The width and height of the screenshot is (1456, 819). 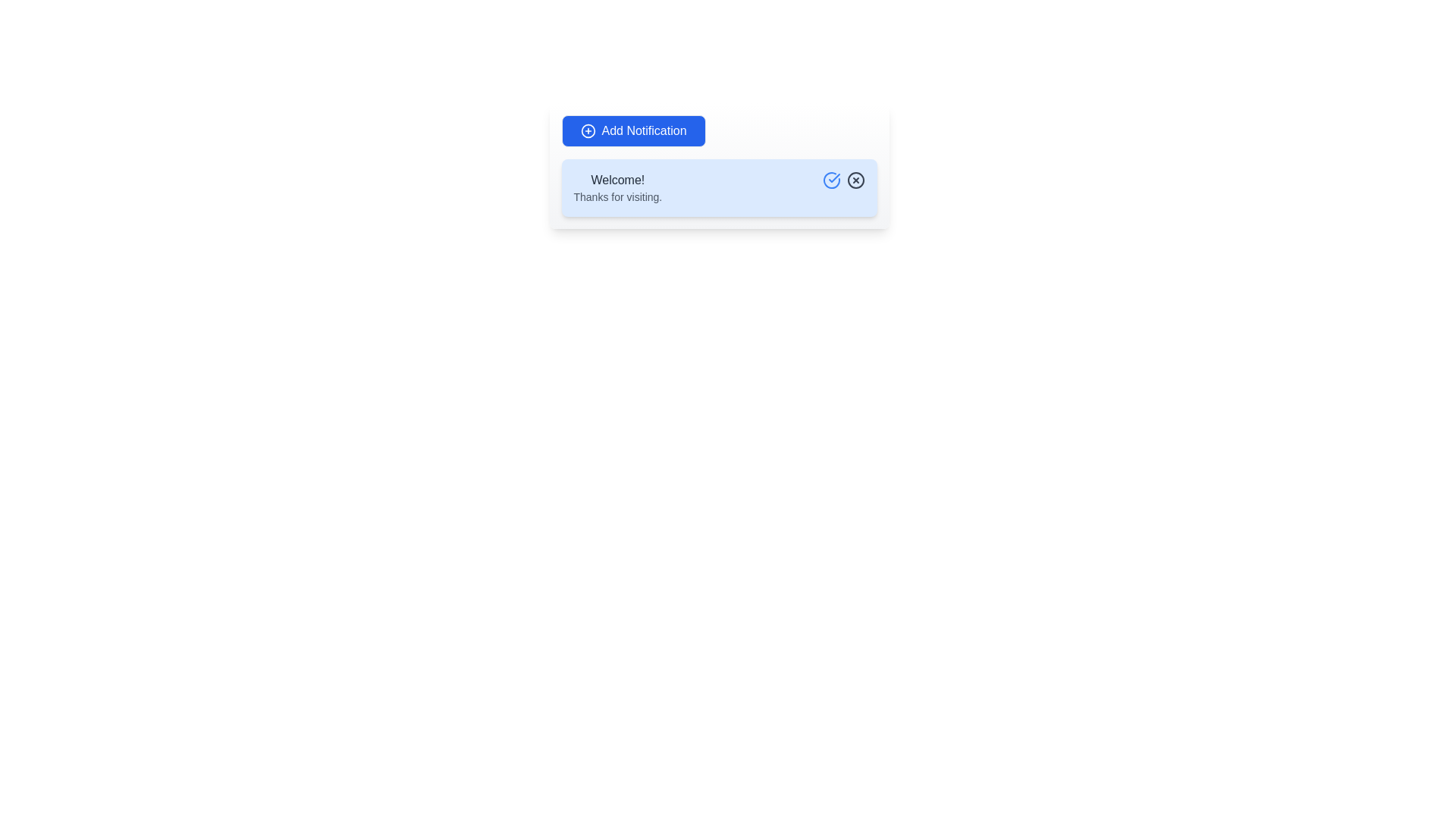 What do you see at coordinates (587, 130) in the screenshot?
I see `the Decorative SVG Circle, which is part of the 'circle plus' icon indicating addition functionality within the 'Add Notification' button located at the top-left of the UI` at bounding box center [587, 130].